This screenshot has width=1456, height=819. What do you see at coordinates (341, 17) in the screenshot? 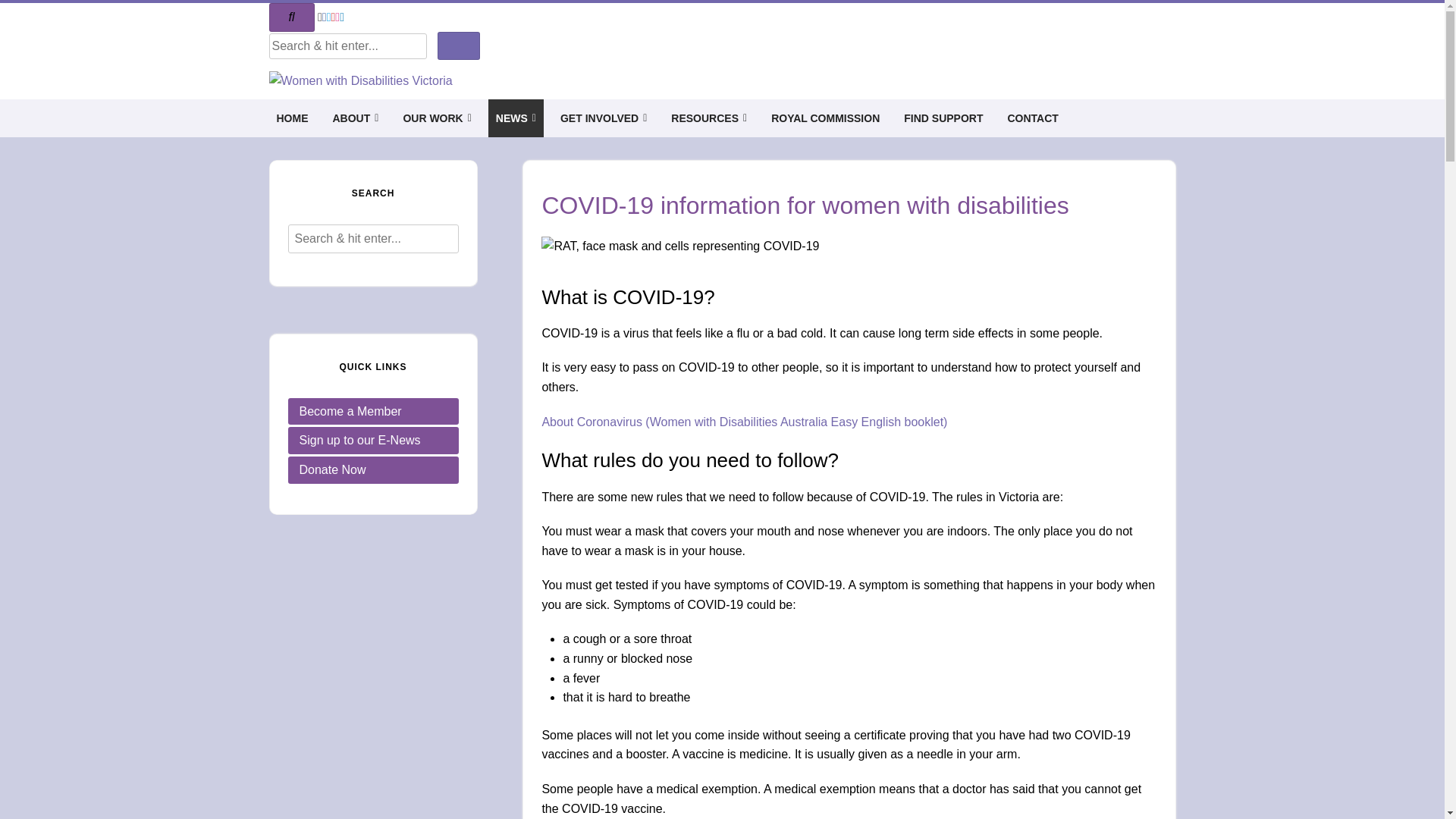
I see `'Find Us on LinkedIn'` at bounding box center [341, 17].